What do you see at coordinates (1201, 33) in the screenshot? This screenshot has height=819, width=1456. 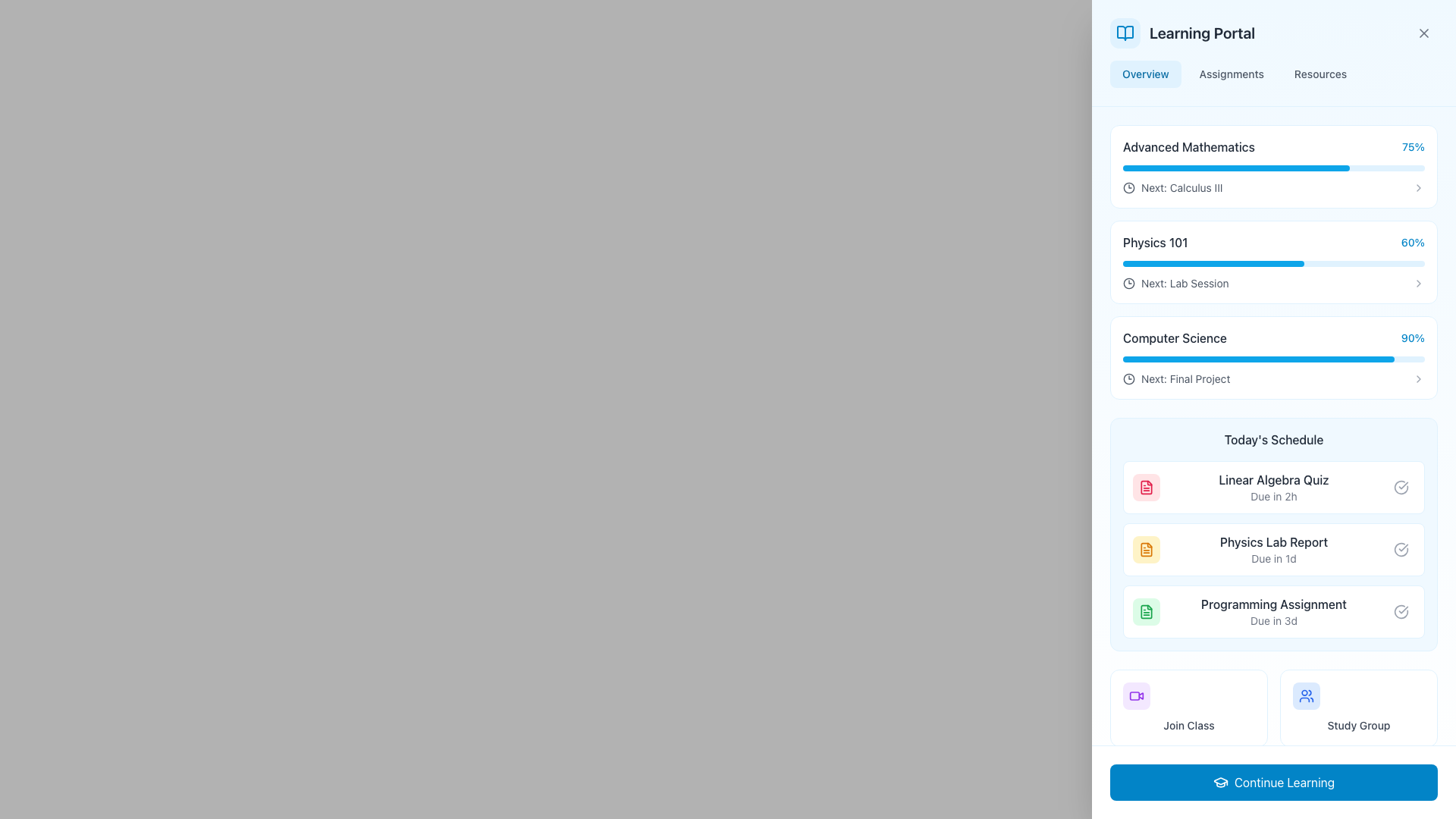 I see `the Text Label located at the top of the interface, which helps users identify the page or feature they are interacting with` at bounding box center [1201, 33].